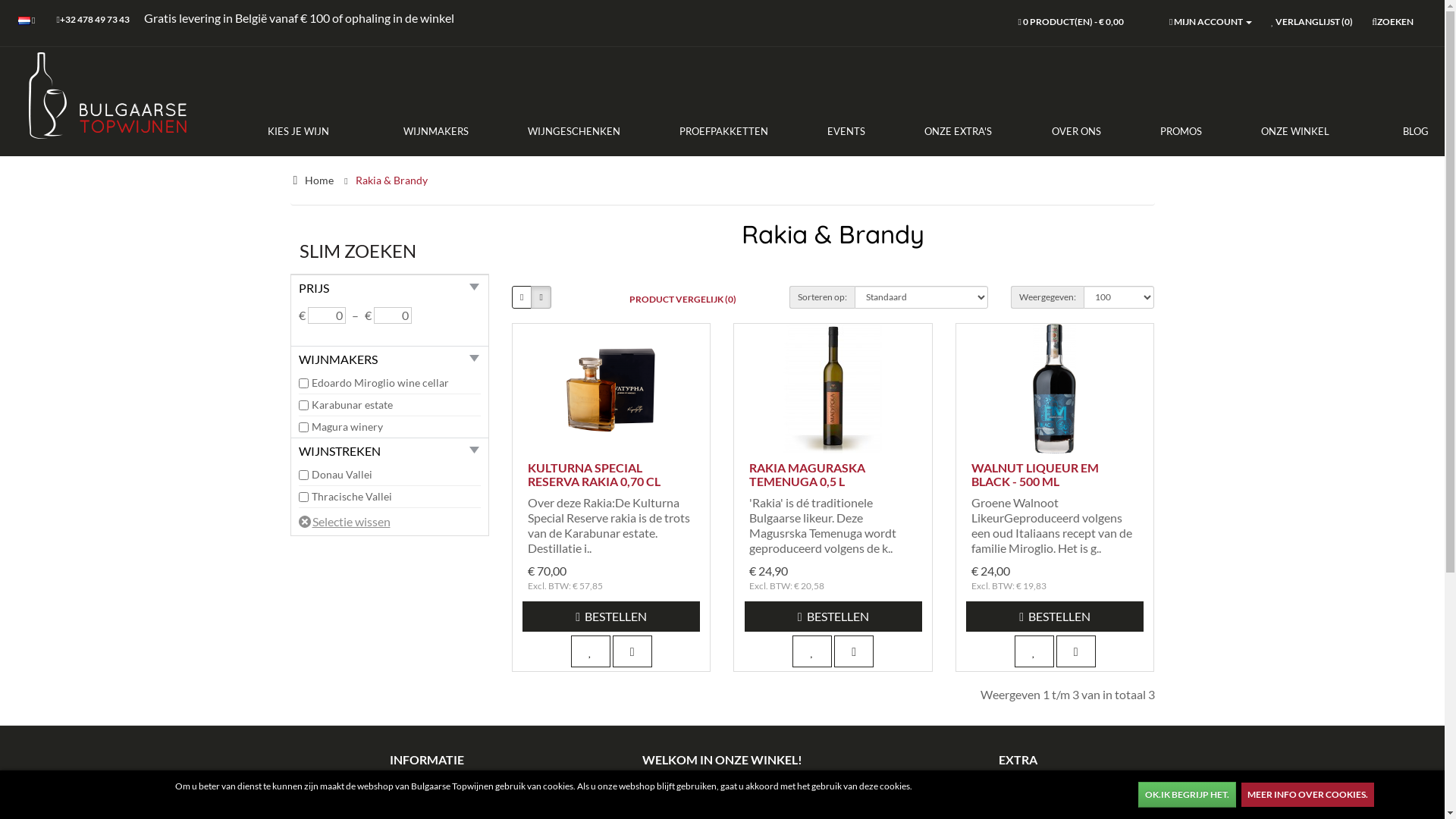 The height and width of the screenshot is (819, 1456). What do you see at coordinates (24, 20) in the screenshot?
I see `'Nederlands'` at bounding box center [24, 20].